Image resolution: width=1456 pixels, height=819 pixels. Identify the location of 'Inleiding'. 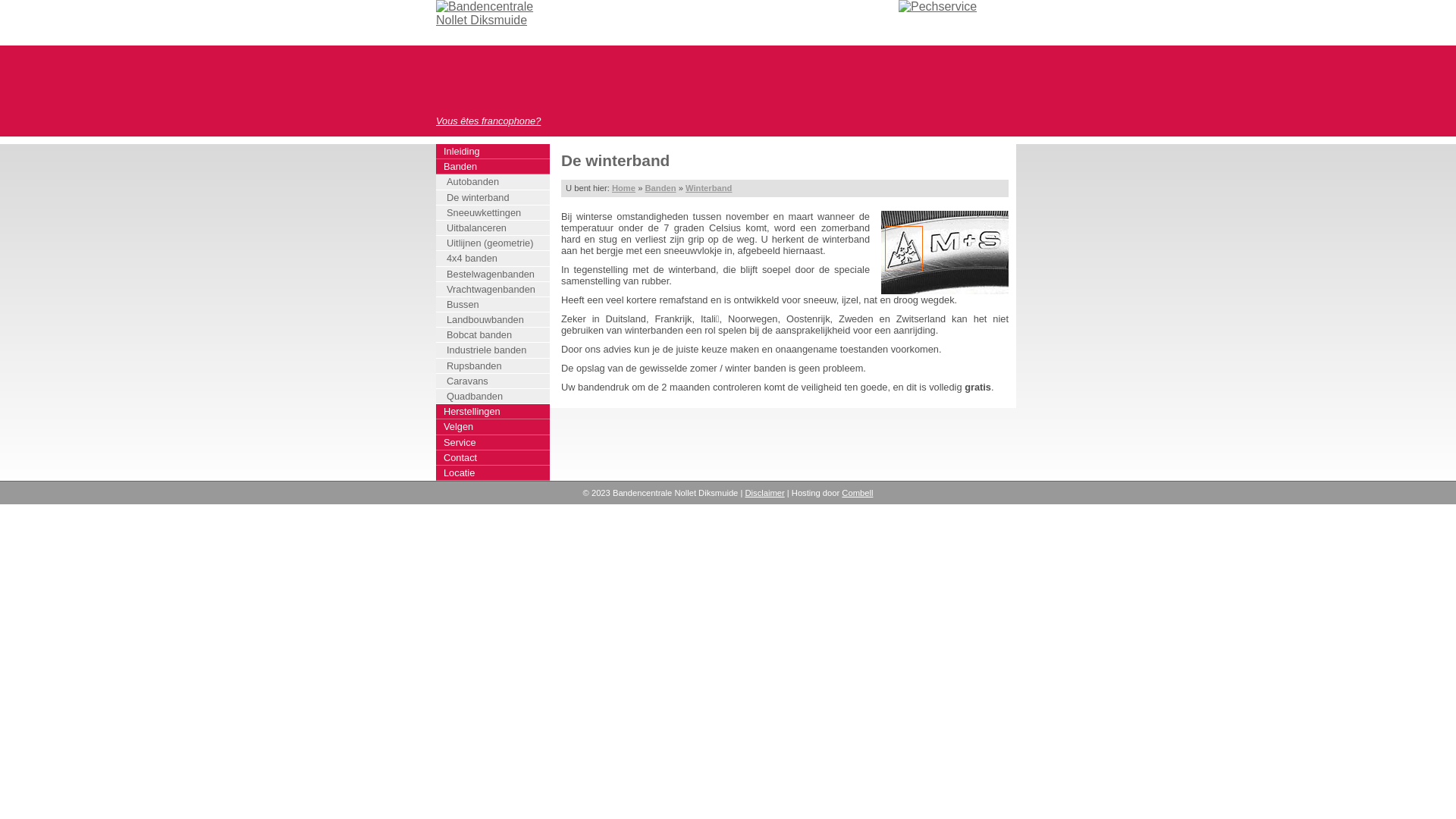
(435, 152).